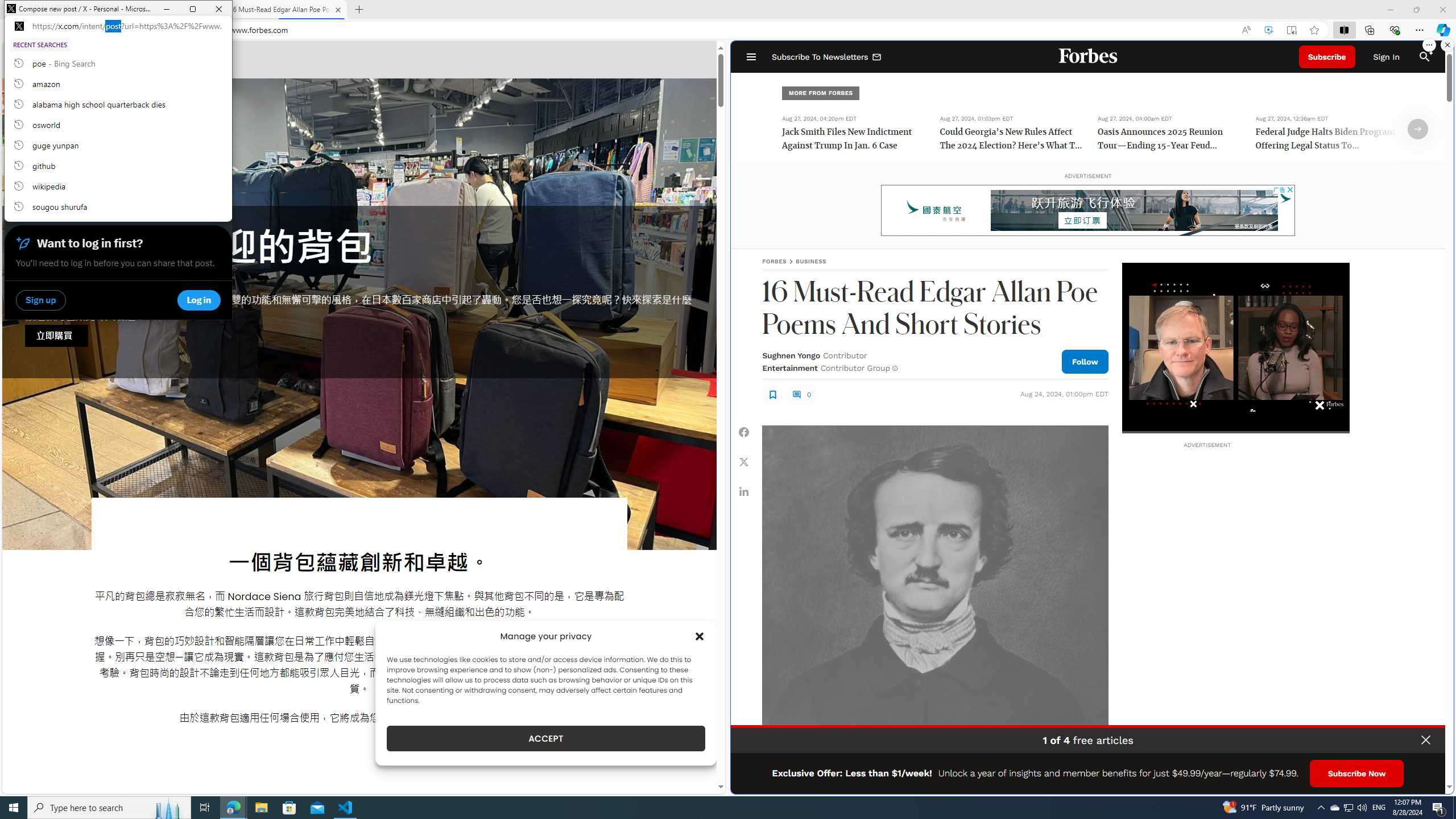  I want to click on 'Class: sElHJWe4', so click(772, 394).